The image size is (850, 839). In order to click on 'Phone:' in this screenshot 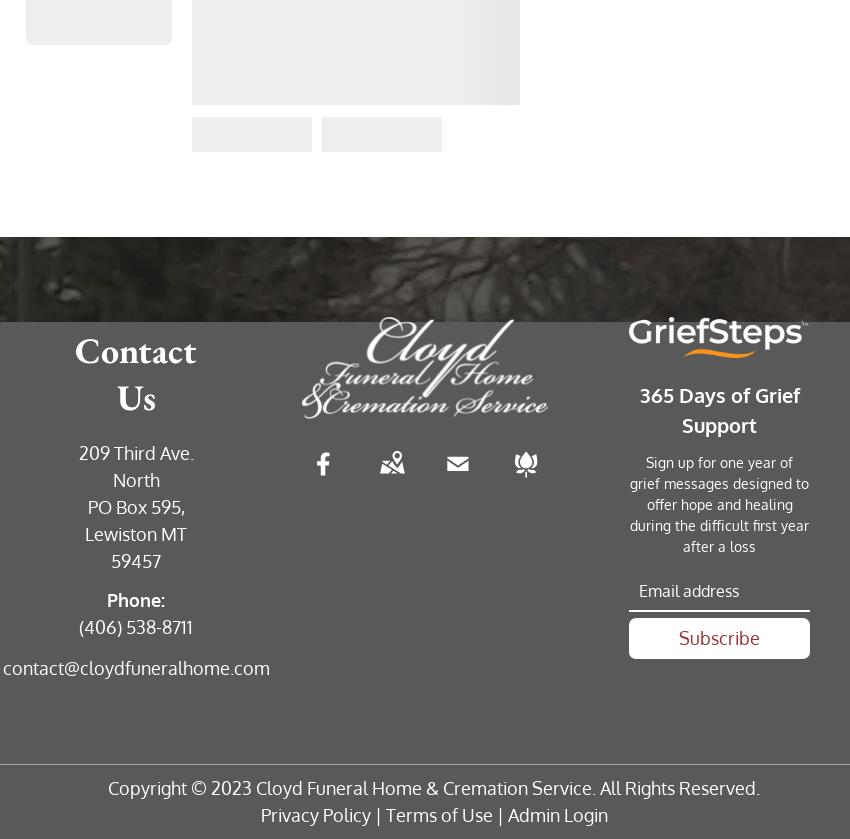, I will do `click(136, 598)`.